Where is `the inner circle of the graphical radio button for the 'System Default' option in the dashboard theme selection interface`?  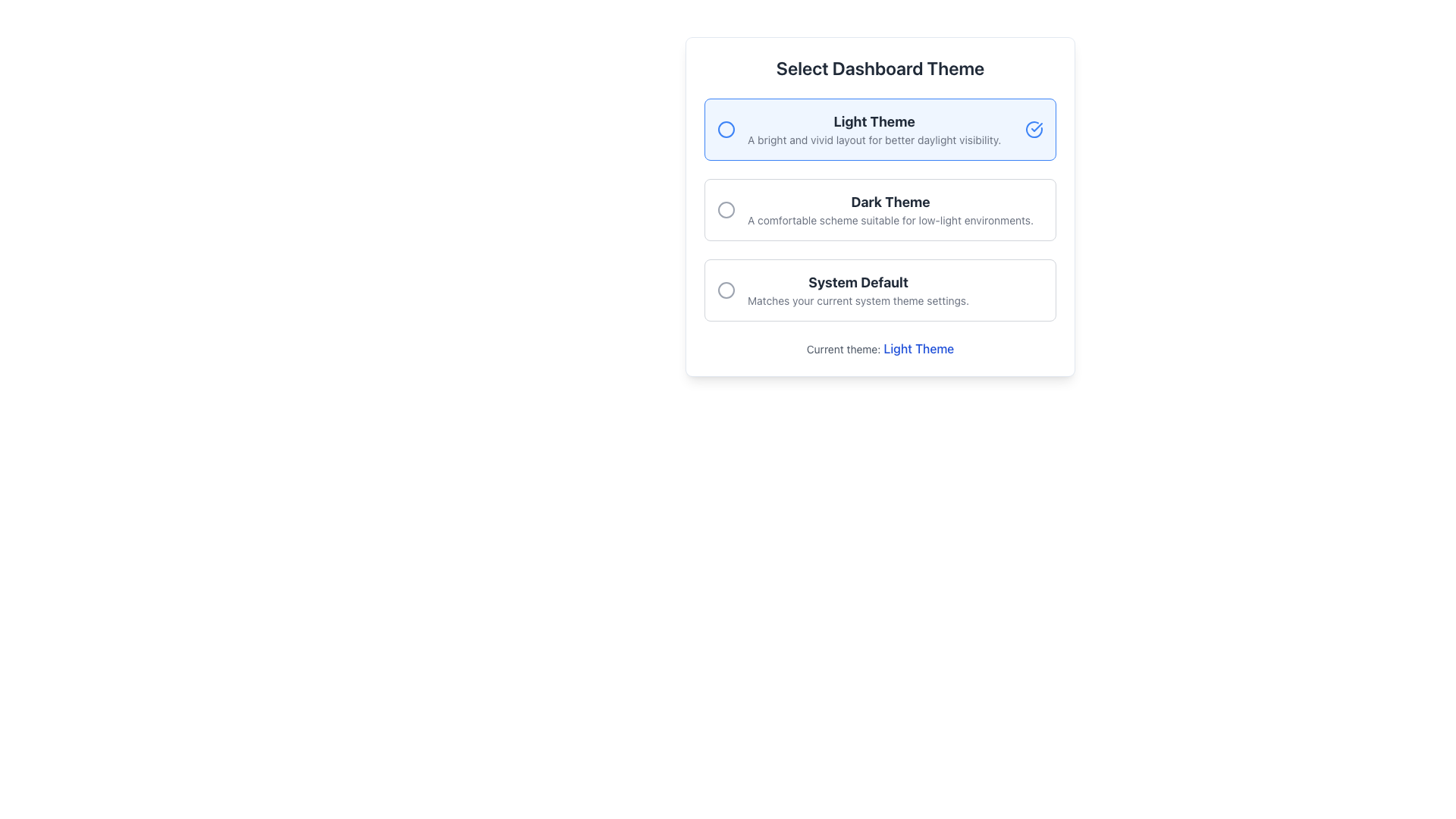 the inner circle of the graphical radio button for the 'System Default' option in the dashboard theme selection interface is located at coordinates (726, 290).